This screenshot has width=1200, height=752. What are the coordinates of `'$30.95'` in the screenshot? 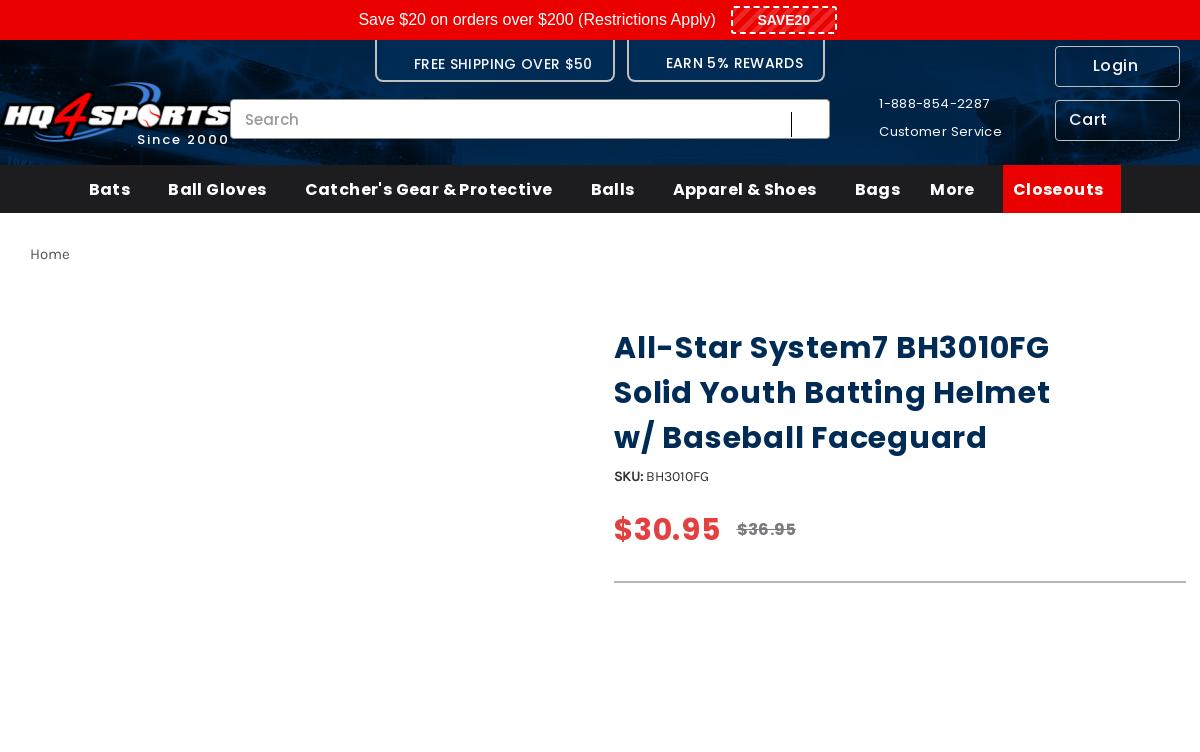 It's located at (666, 529).